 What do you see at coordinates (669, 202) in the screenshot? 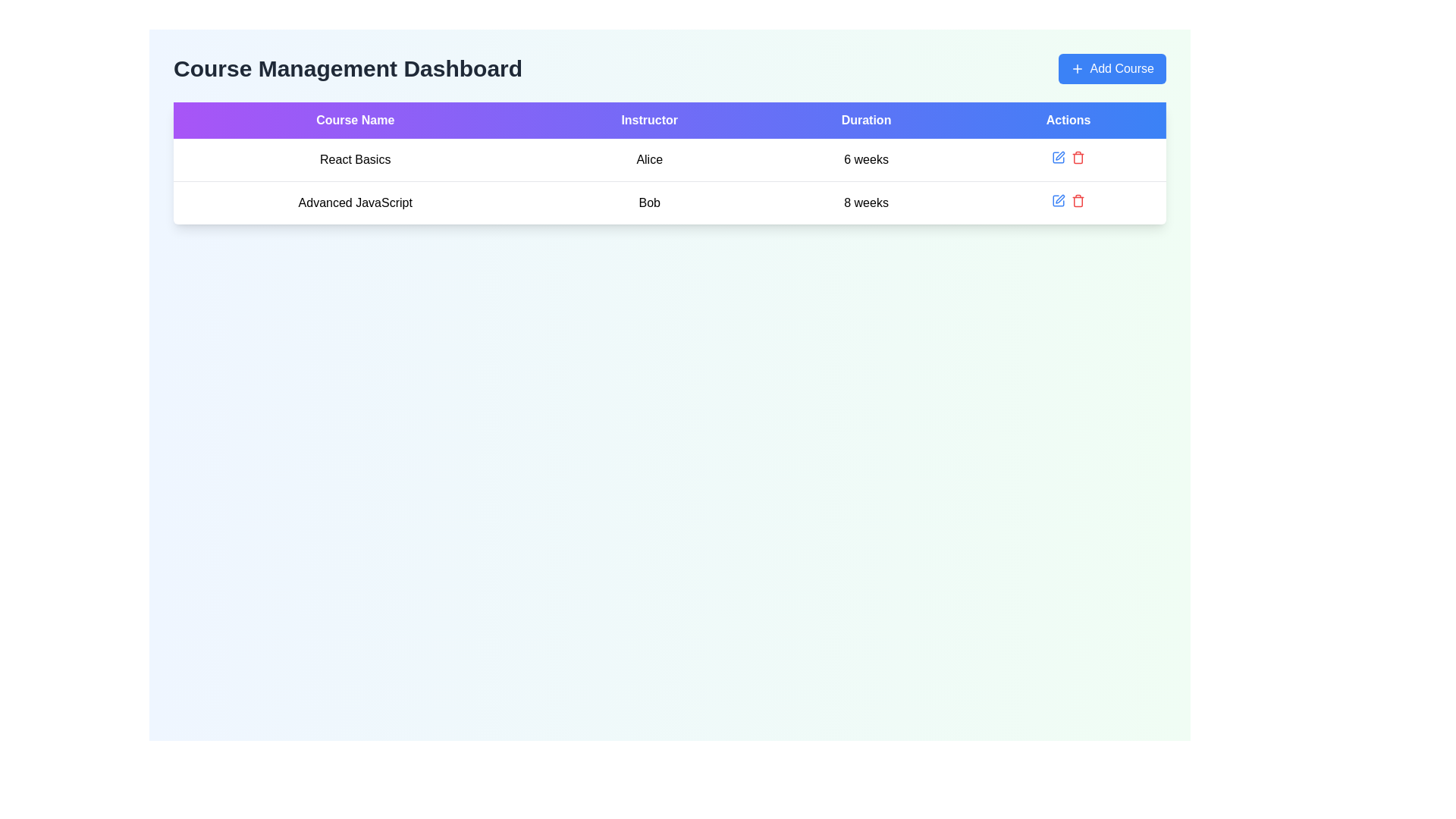
I see `the second row in the course table displaying 'Advanced JavaScript', 'Bob', and '8 weeks'` at bounding box center [669, 202].